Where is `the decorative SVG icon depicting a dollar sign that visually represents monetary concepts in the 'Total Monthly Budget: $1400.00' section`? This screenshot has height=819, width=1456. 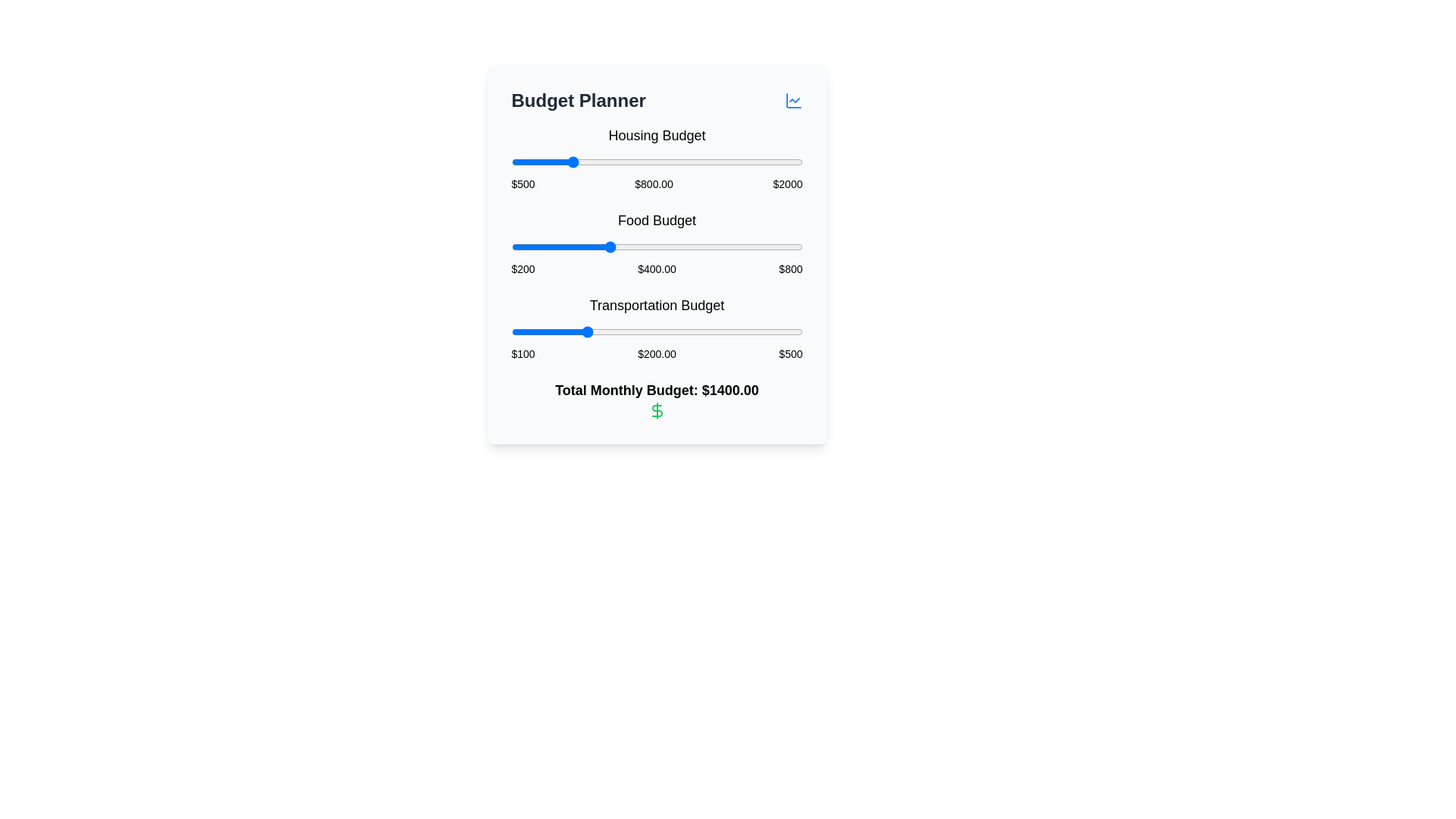
the decorative SVG icon depicting a dollar sign that visually represents monetary concepts in the 'Total Monthly Budget: $1400.00' section is located at coordinates (657, 410).